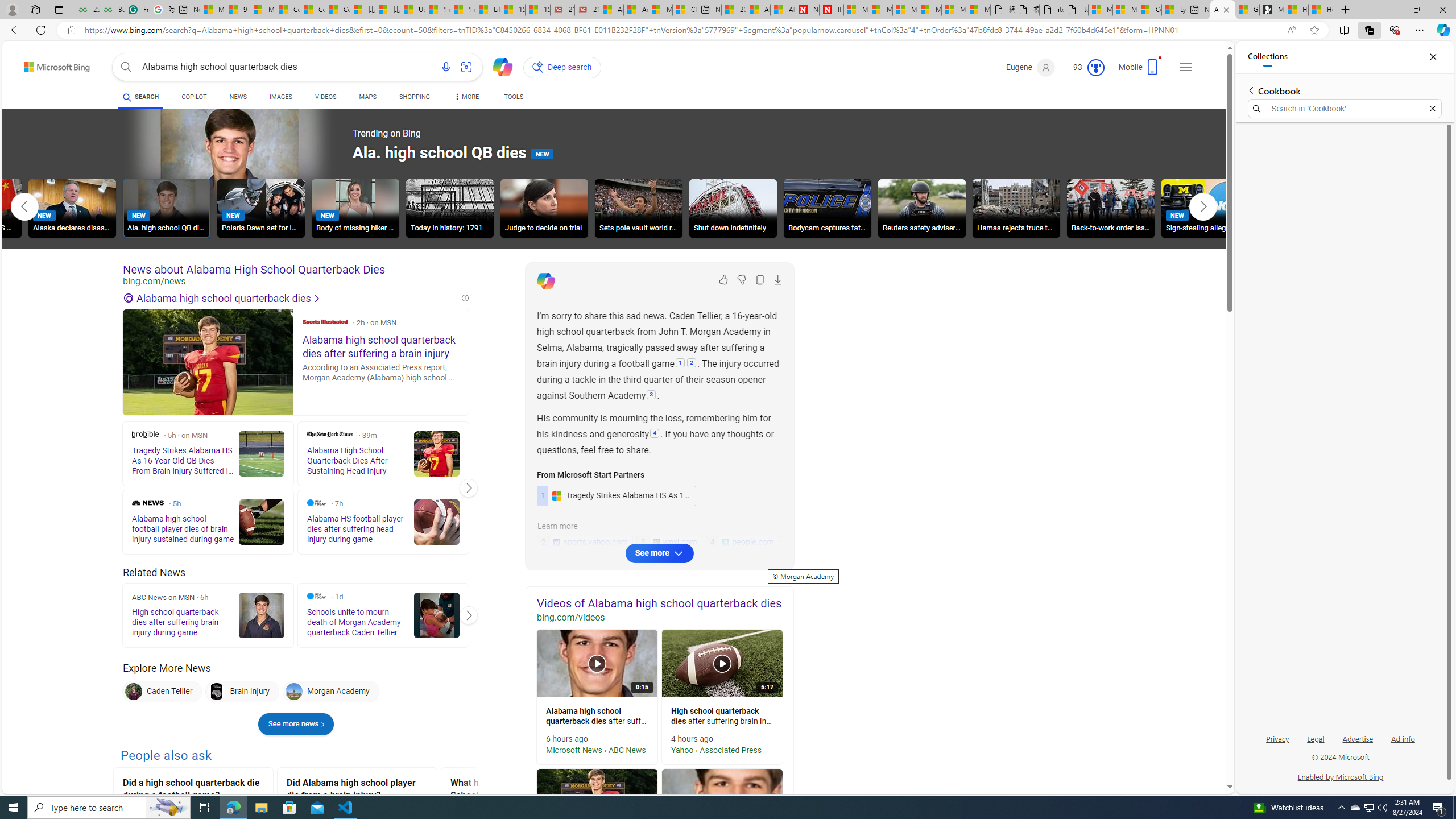  What do you see at coordinates (260, 207) in the screenshot?
I see `'Polaris Dawn set for launch NEW'` at bounding box center [260, 207].